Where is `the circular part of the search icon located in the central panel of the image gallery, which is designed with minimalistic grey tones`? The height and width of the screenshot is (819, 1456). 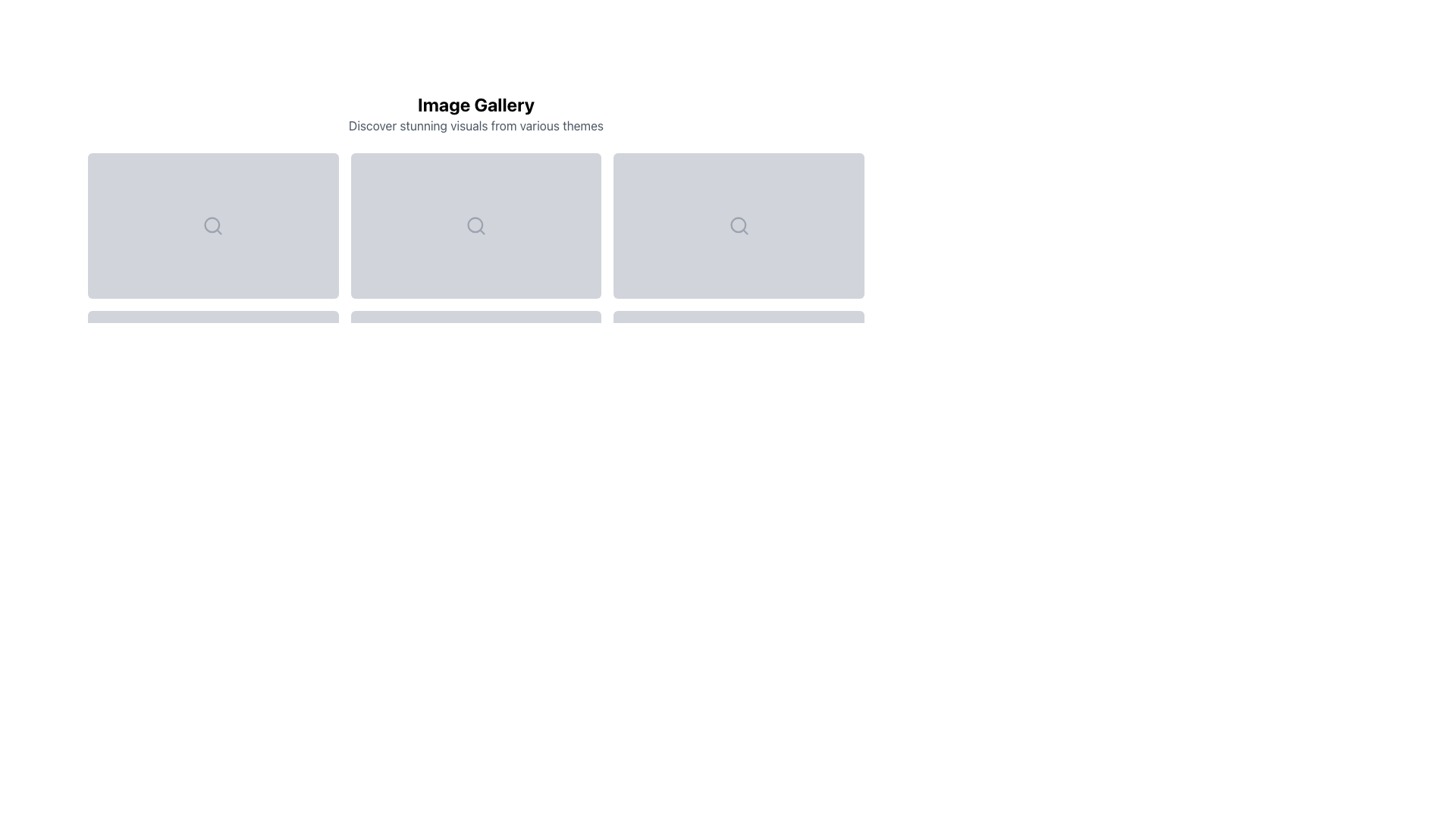
the circular part of the search icon located in the central panel of the image gallery, which is designed with minimalistic grey tones is located at coordinates (474, 224).